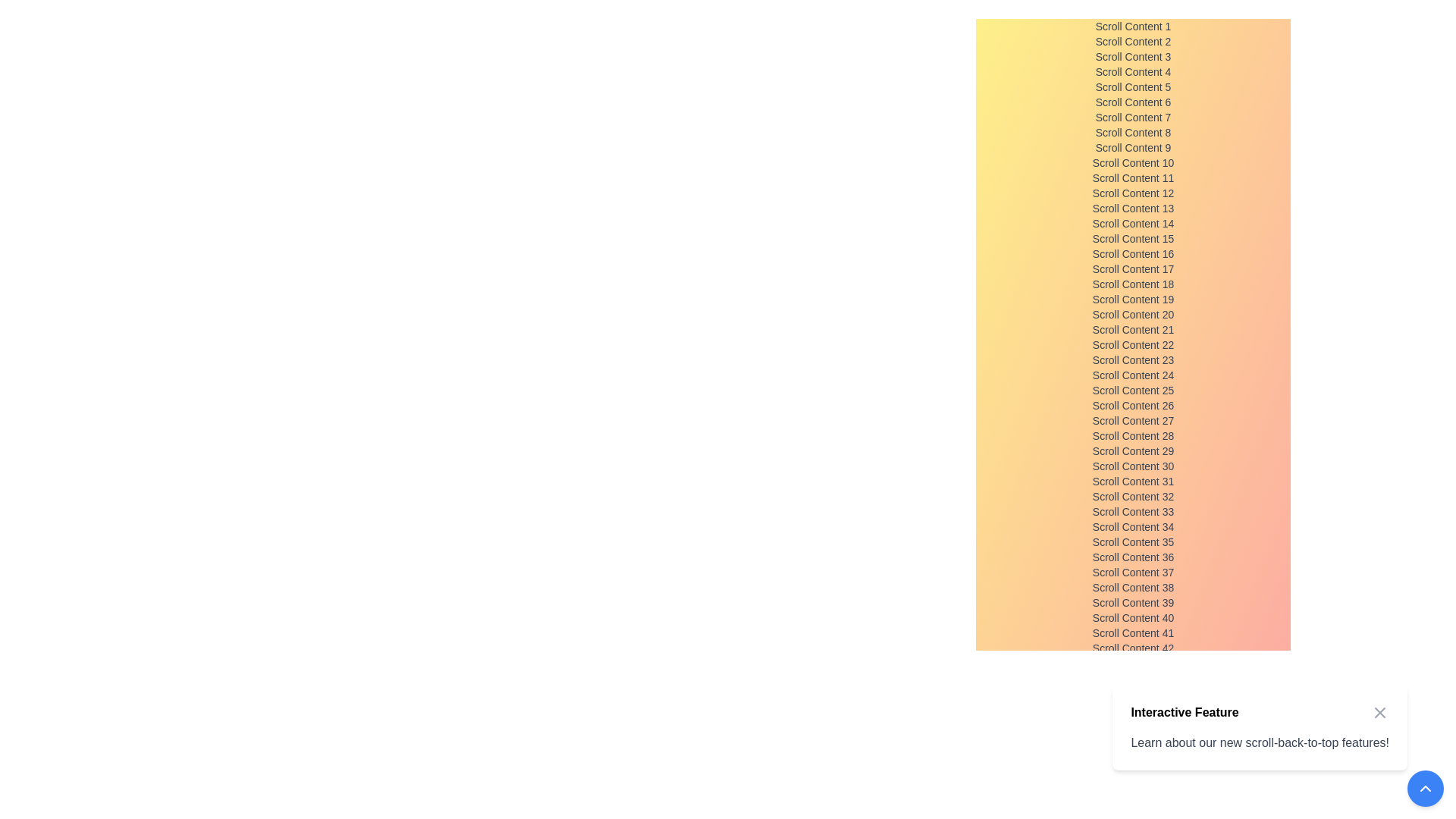  I want to click on the close button represented as a diagonal cross within a circular boundary located in the top-right corner of the tooltip-style floating panel, so click(1379, 713).